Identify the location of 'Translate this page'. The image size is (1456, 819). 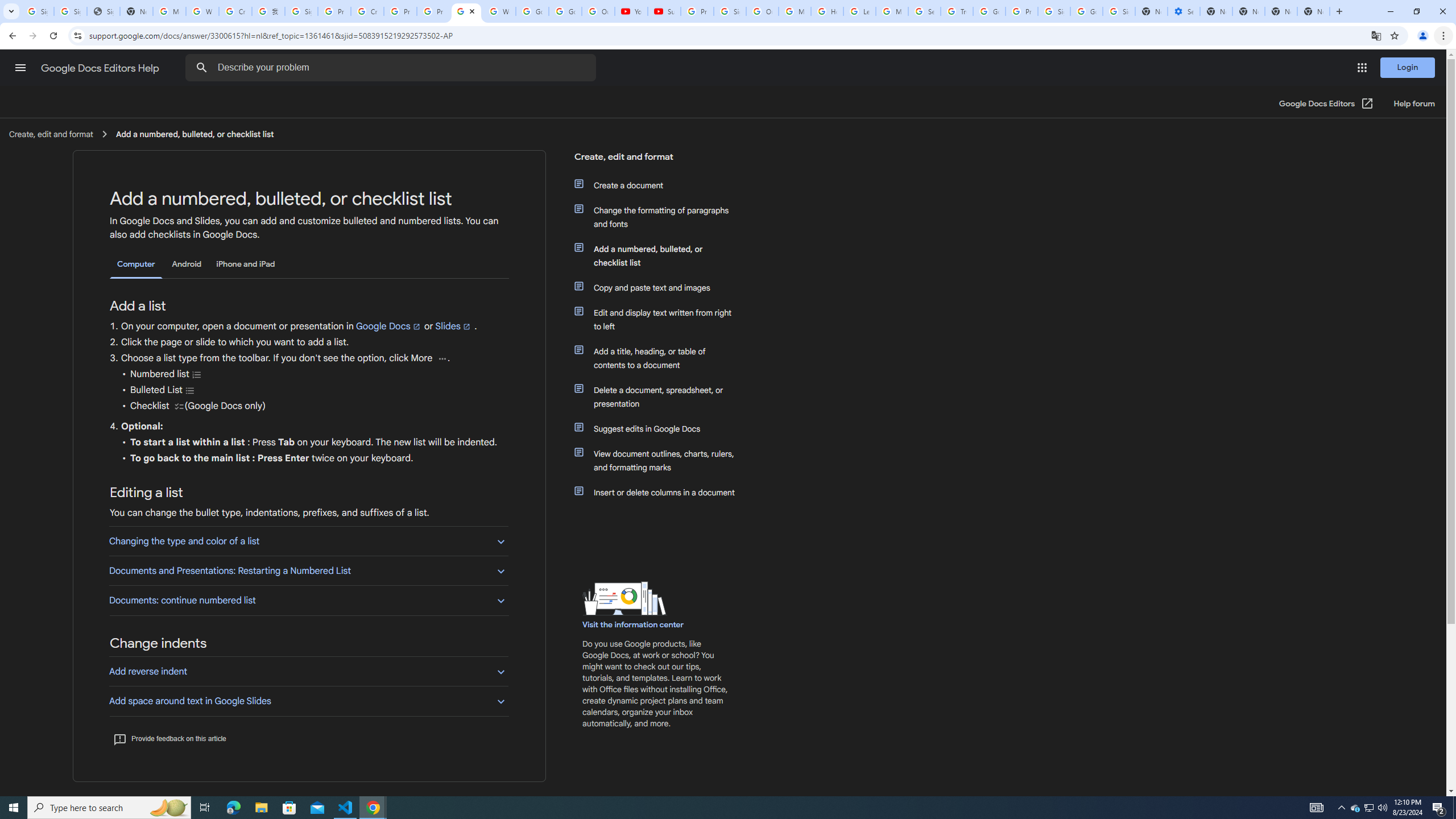
(1376, 35).